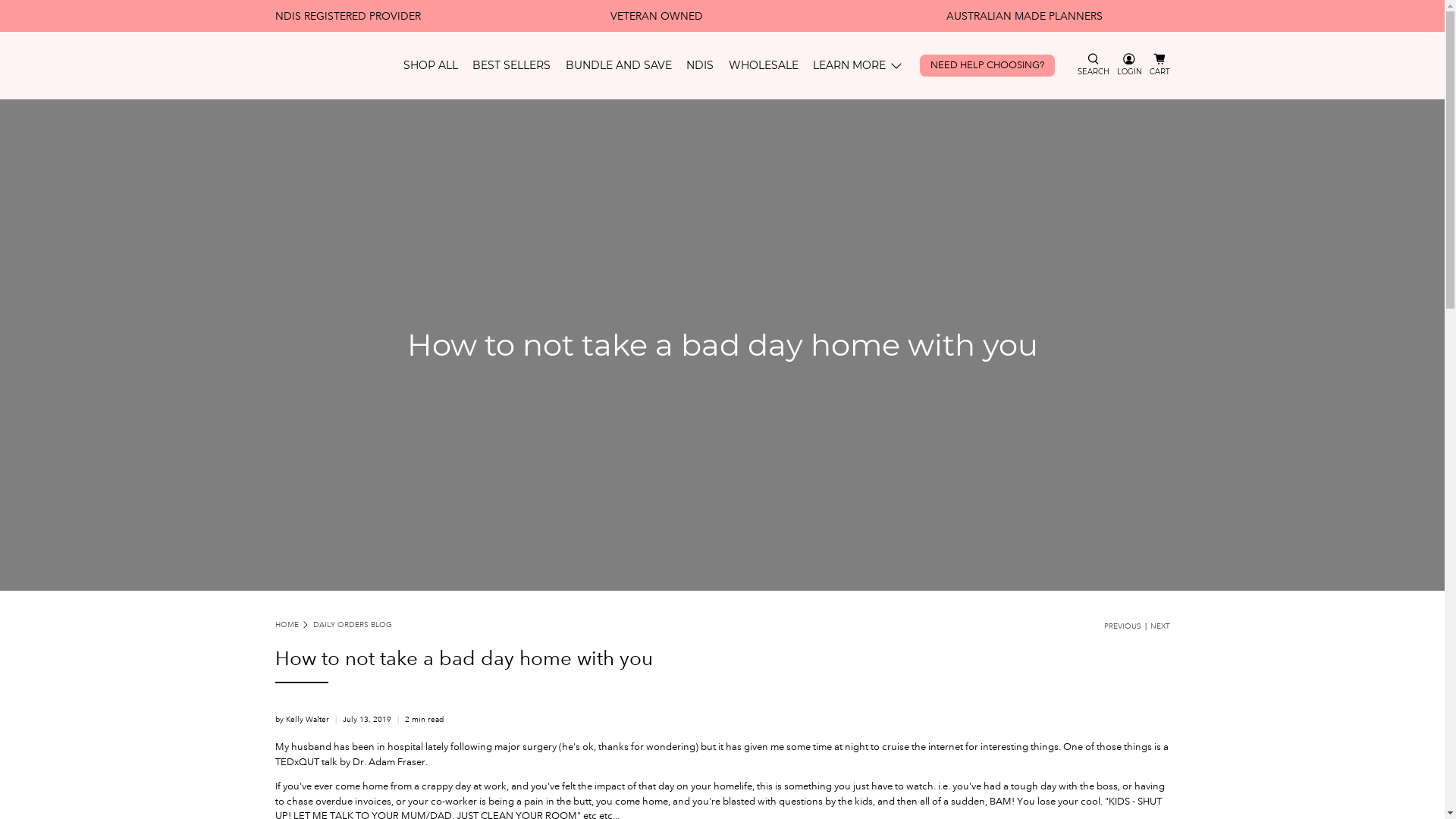 Image resolution: width=1456 pixels, height=819 pixels. What do you see at coordinates (301, 718) in the screenshot?
I see `'by Kelly Walter'` at bounding box center [301, 718].